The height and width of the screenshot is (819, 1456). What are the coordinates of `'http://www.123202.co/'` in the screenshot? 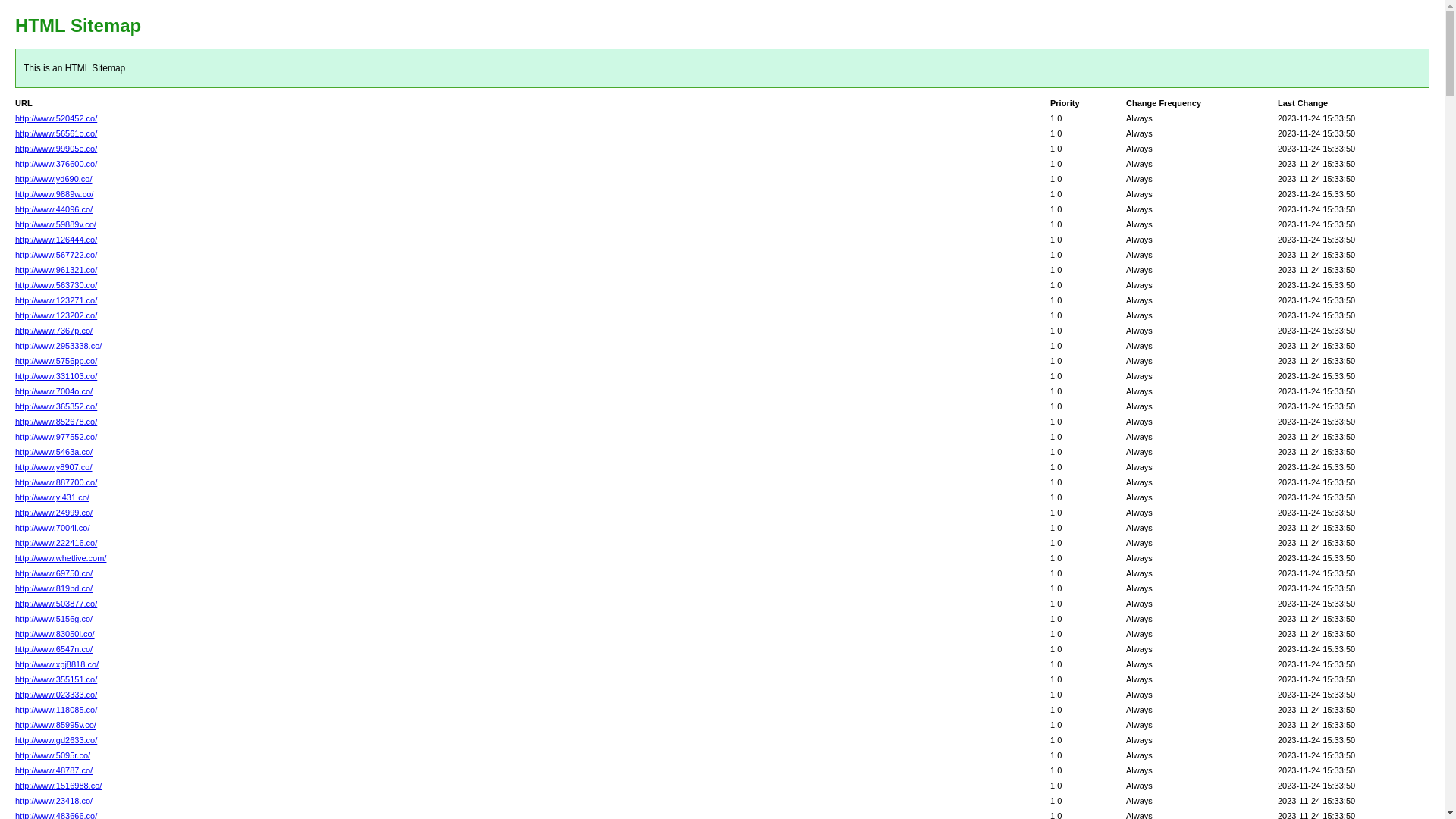 It's located at (55, 315).